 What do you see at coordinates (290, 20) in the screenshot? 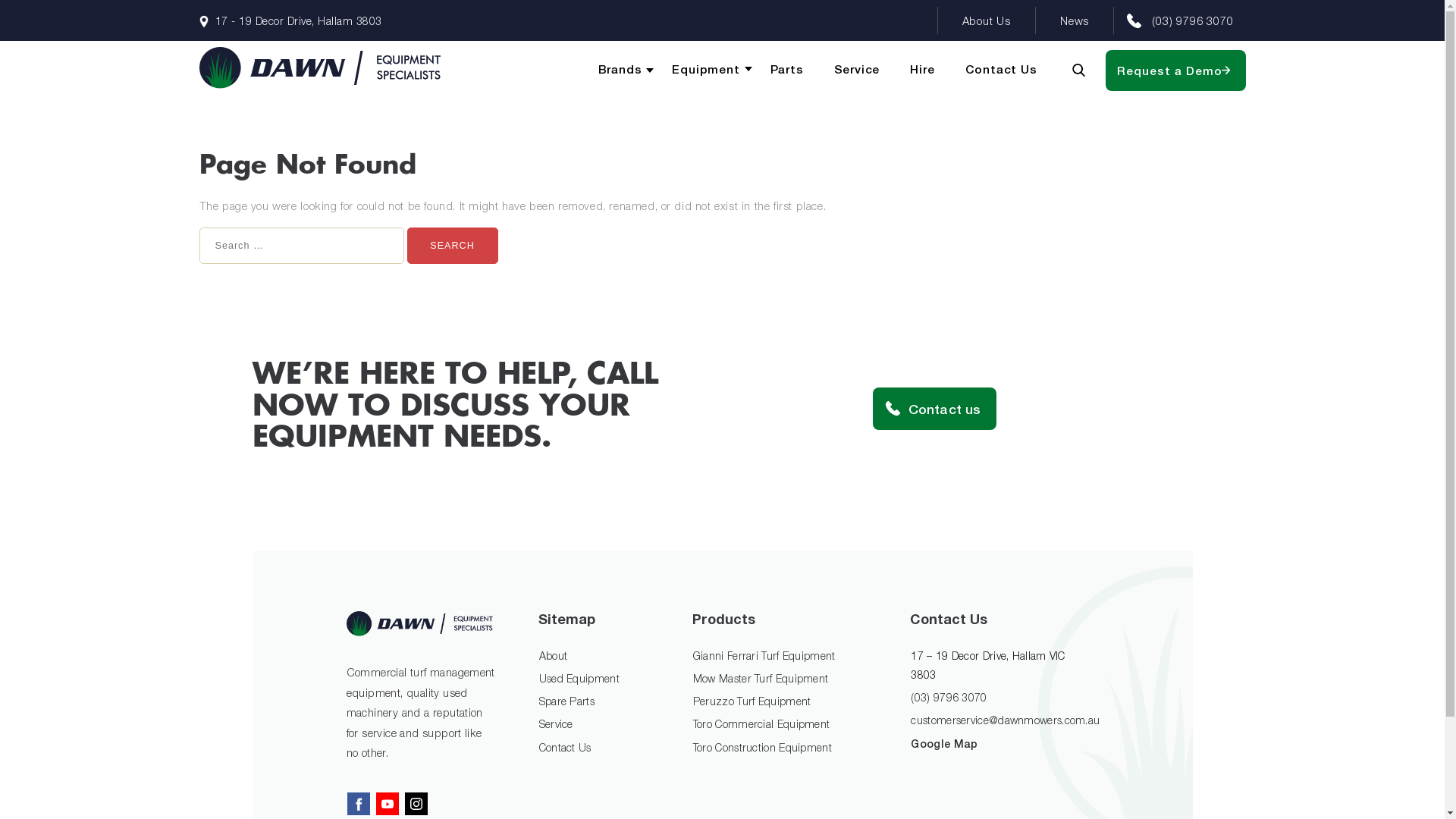
I see `'17 - 19 Decor Drive, Hallam 3803'` at bounding box center [290, 20].